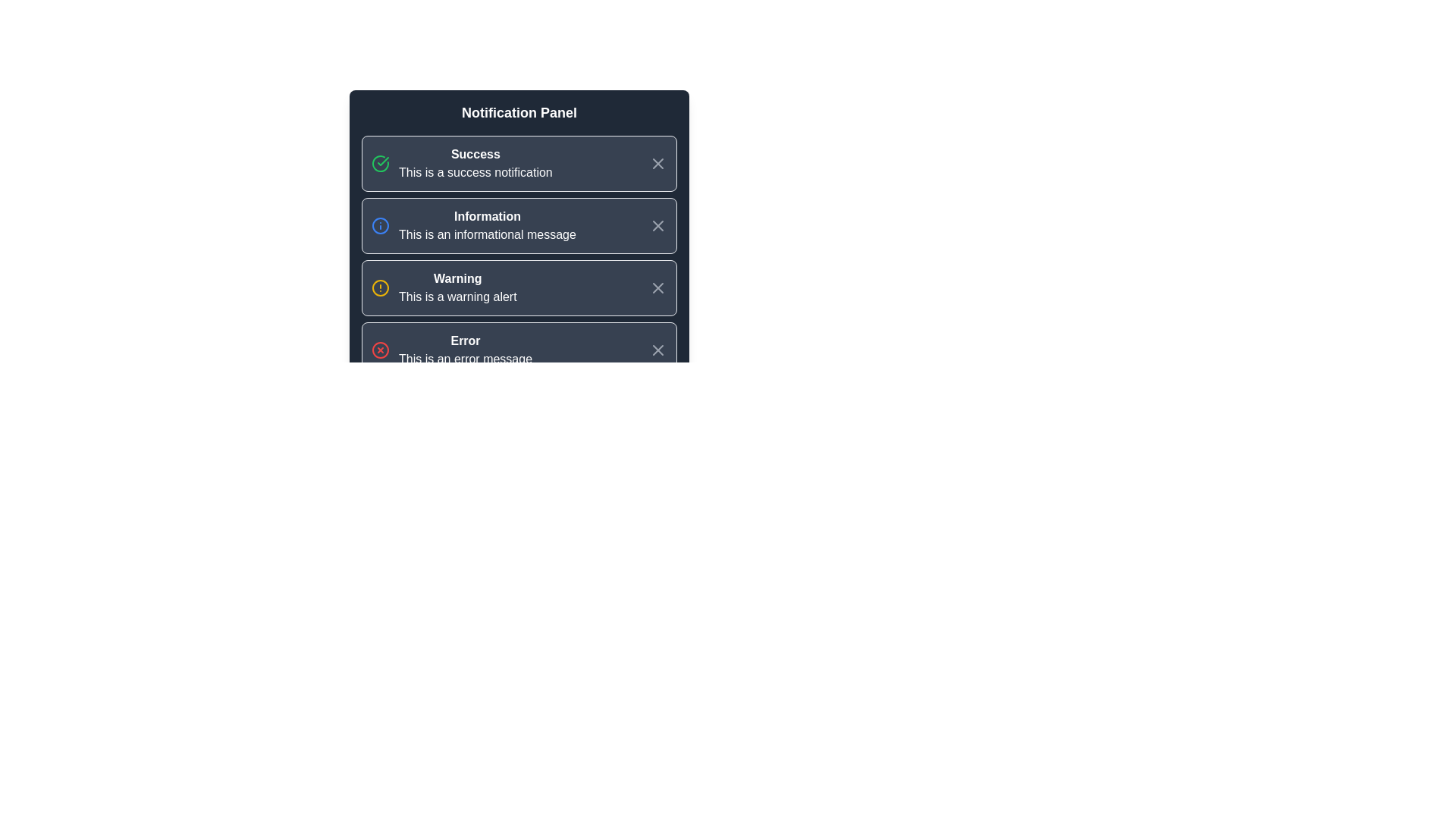 This screenshot has height=819, width=1456. I want to click on the Notification block that displays a title and a detailed message, which is located second from the top in the Notification Panel, below the 'Success' notification and above the 'Warning' notification, so click(472, 225).